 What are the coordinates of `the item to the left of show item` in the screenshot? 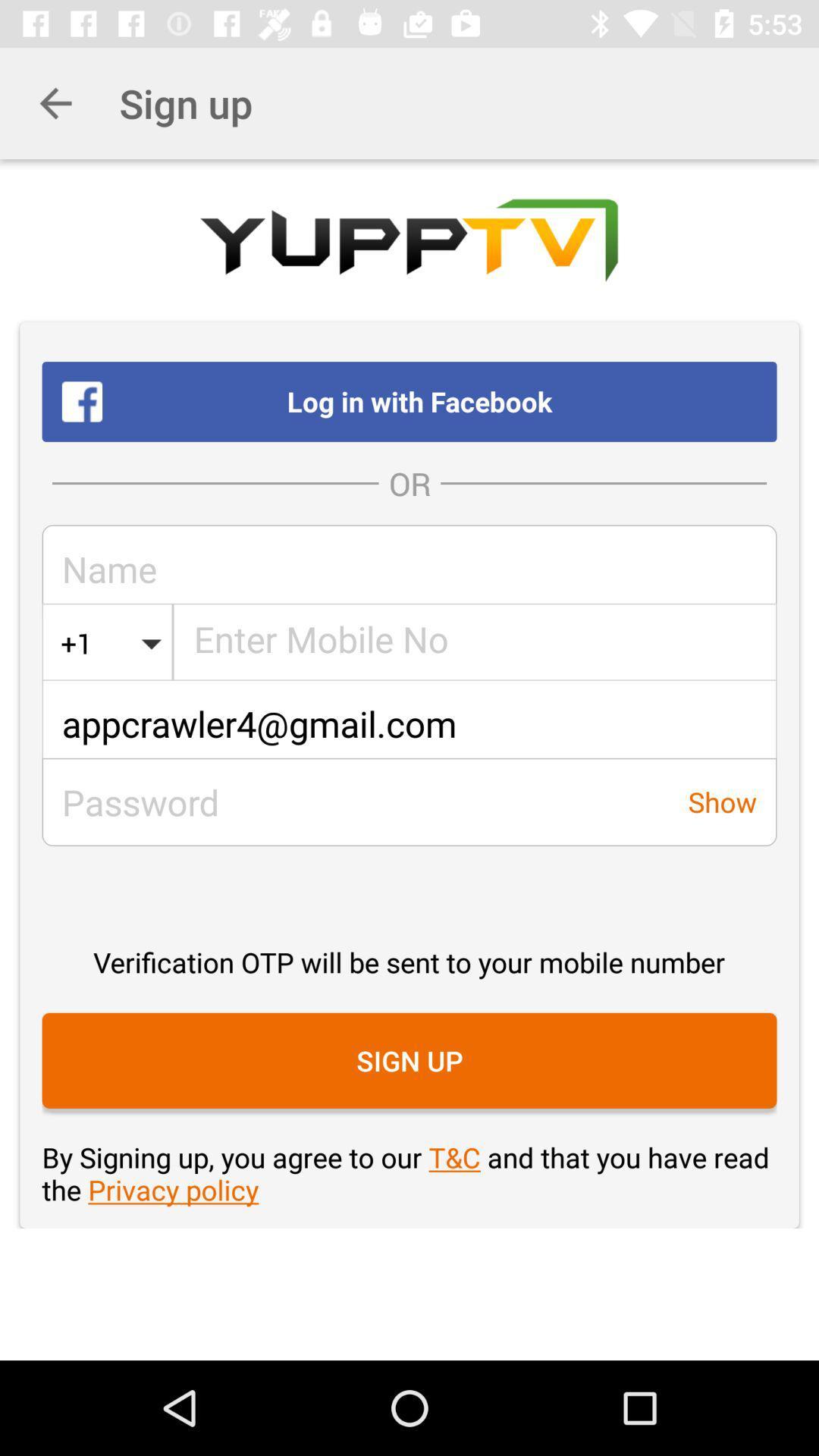 It's located at (355, 801).